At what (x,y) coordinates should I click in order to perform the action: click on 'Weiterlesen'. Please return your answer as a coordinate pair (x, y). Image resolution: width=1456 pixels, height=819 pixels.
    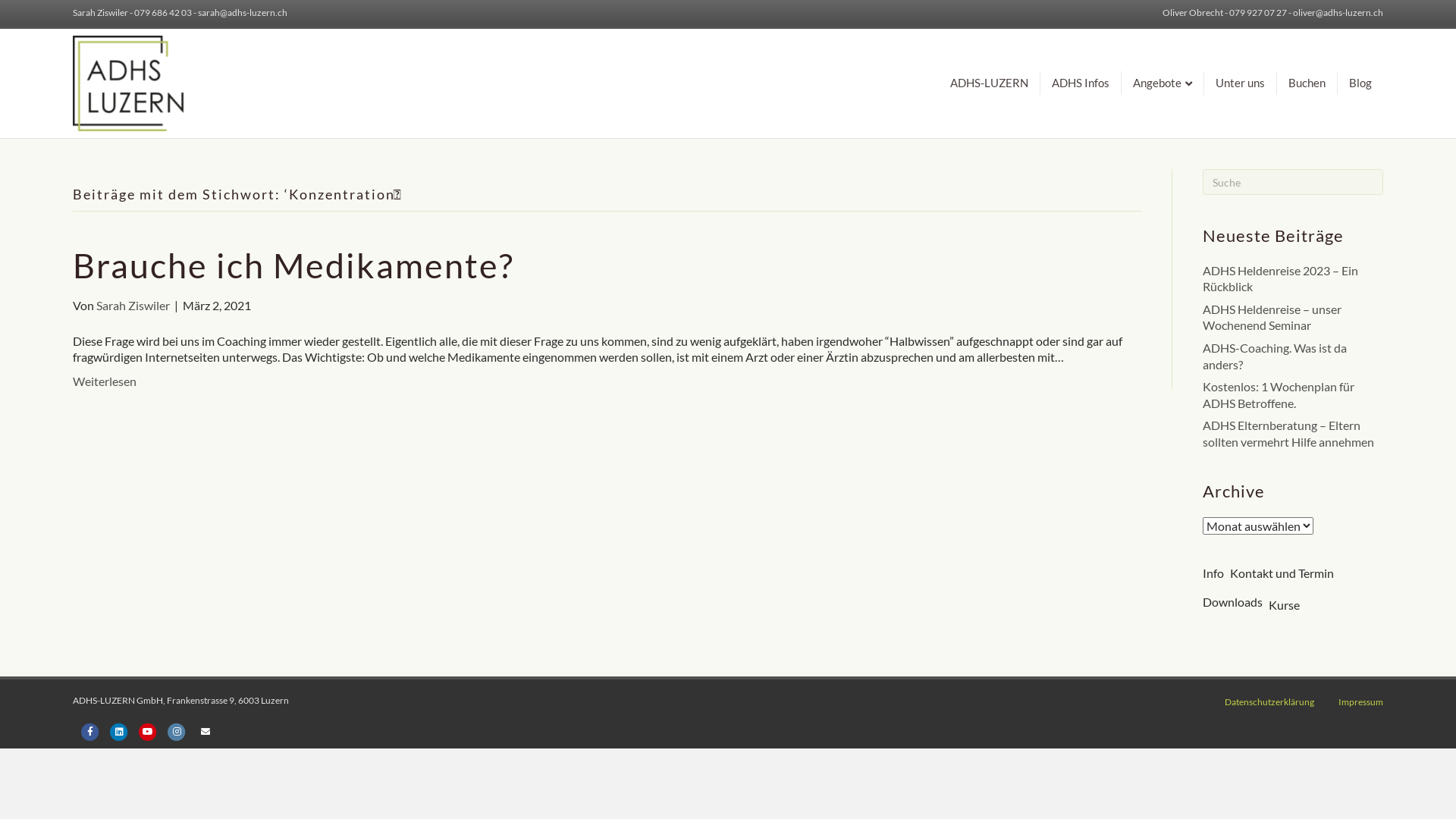
    Looking at the image, I should click on (104, 380).